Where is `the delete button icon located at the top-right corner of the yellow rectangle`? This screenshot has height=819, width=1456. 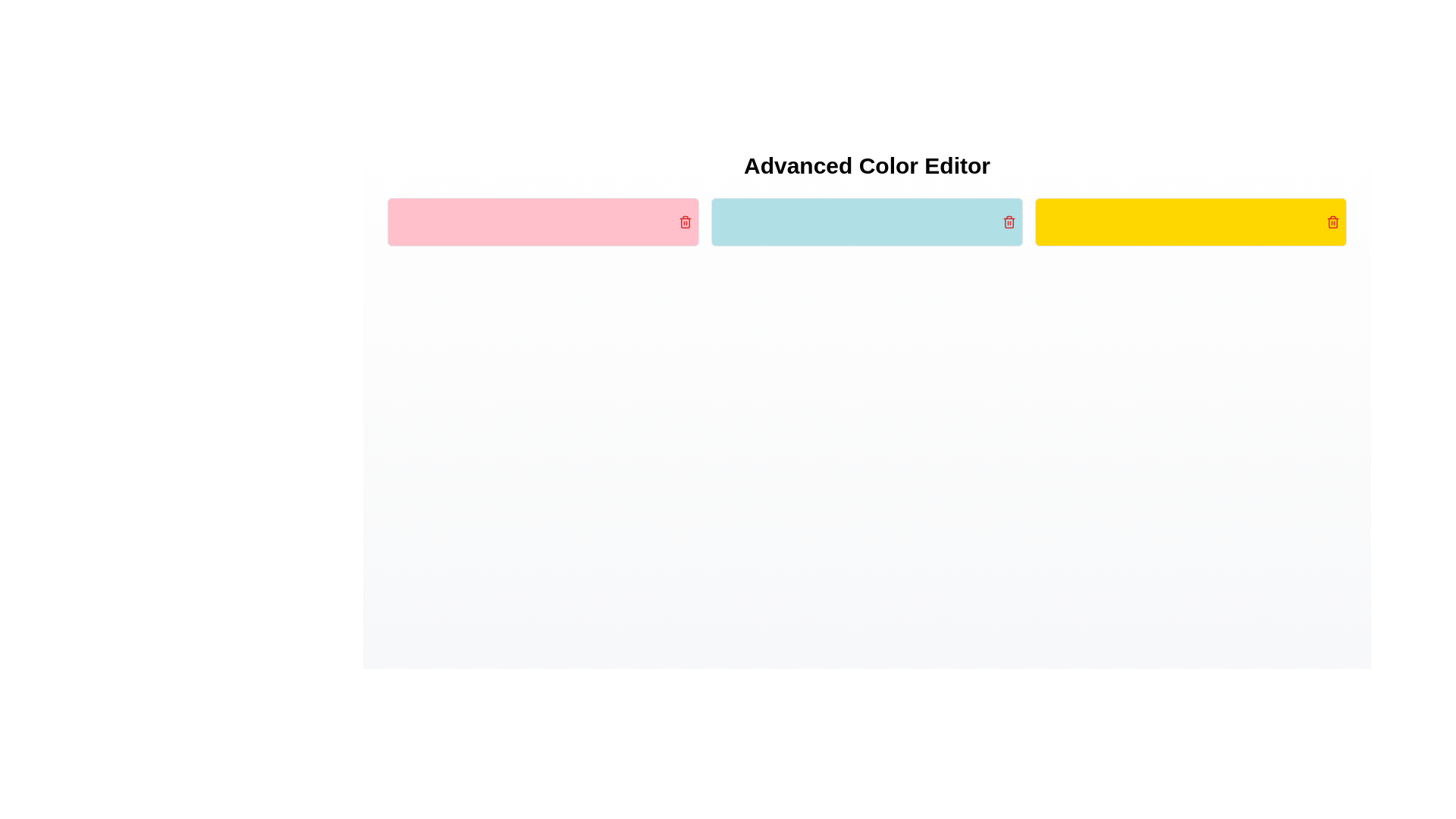 the delete button icon located at the top-right corner of the yellow rectangle is located at coordinates (1332, 222).